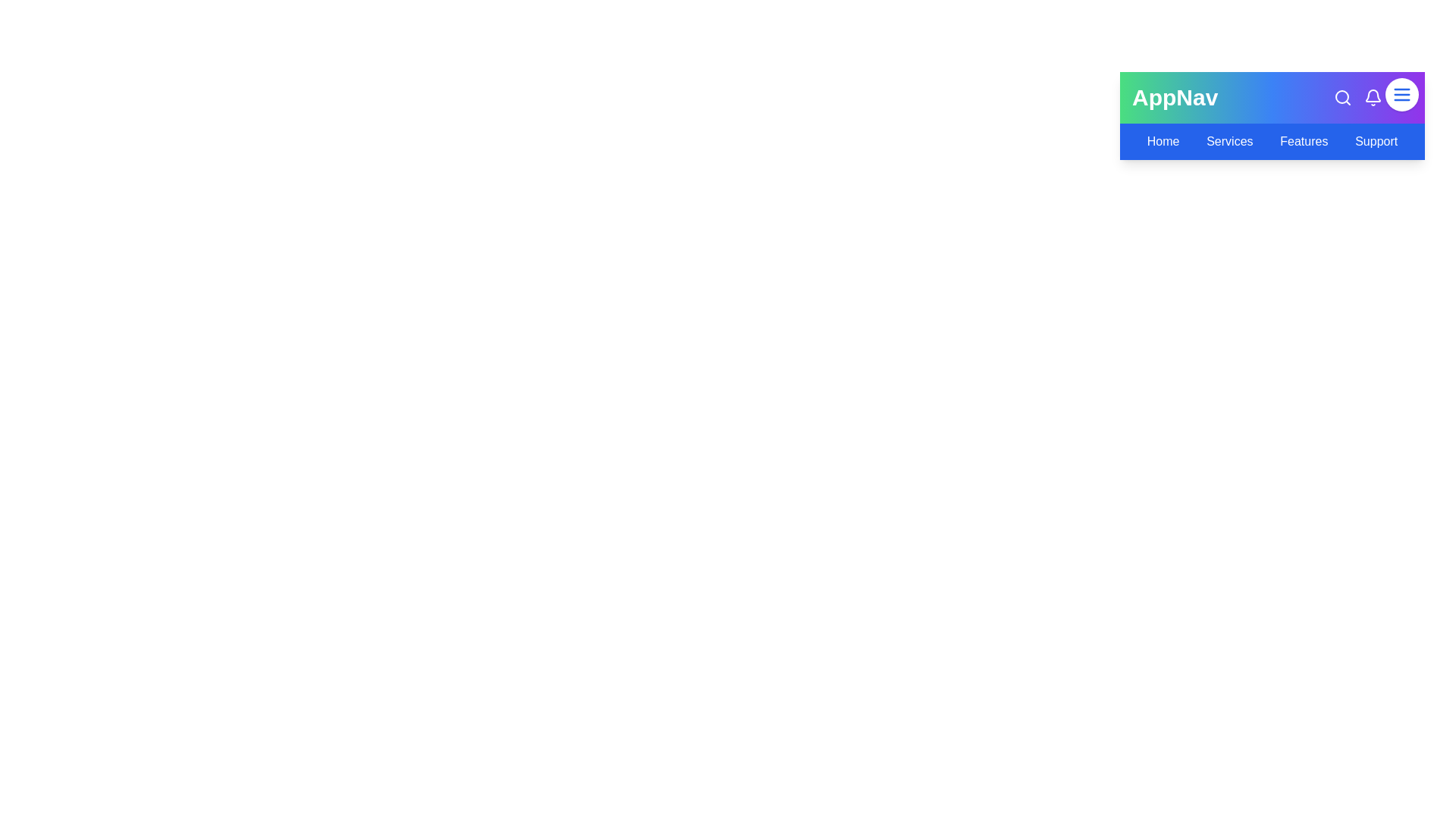  Describe the element at coordinates (1163, 141) in the screenshot. I see `the navigation link Home` at that location.